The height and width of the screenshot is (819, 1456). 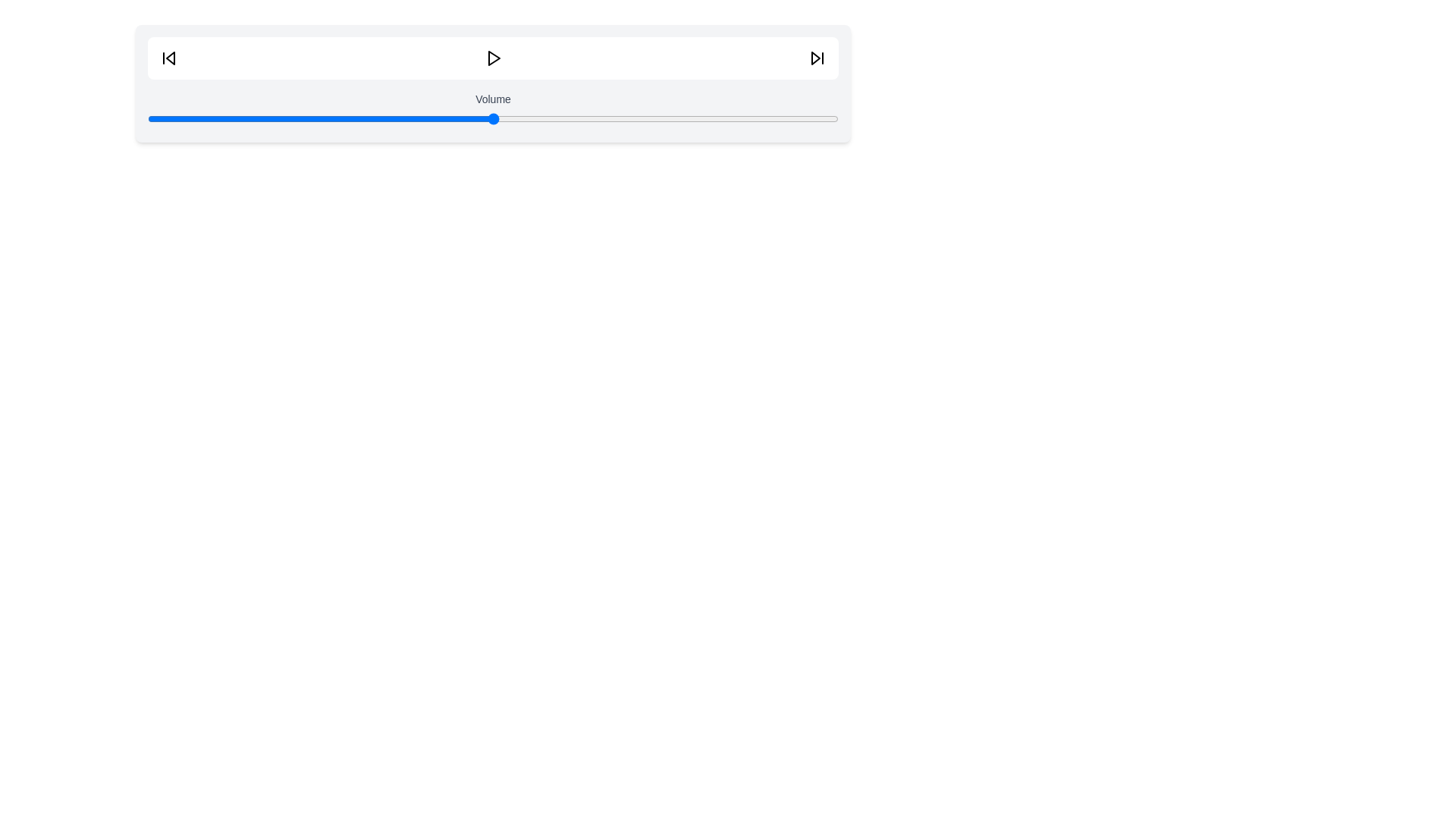 I want to click on the play button, which is centrally located between the skip-backward and skip-forward buttons, to change its background color, so click(x=493, y=58).